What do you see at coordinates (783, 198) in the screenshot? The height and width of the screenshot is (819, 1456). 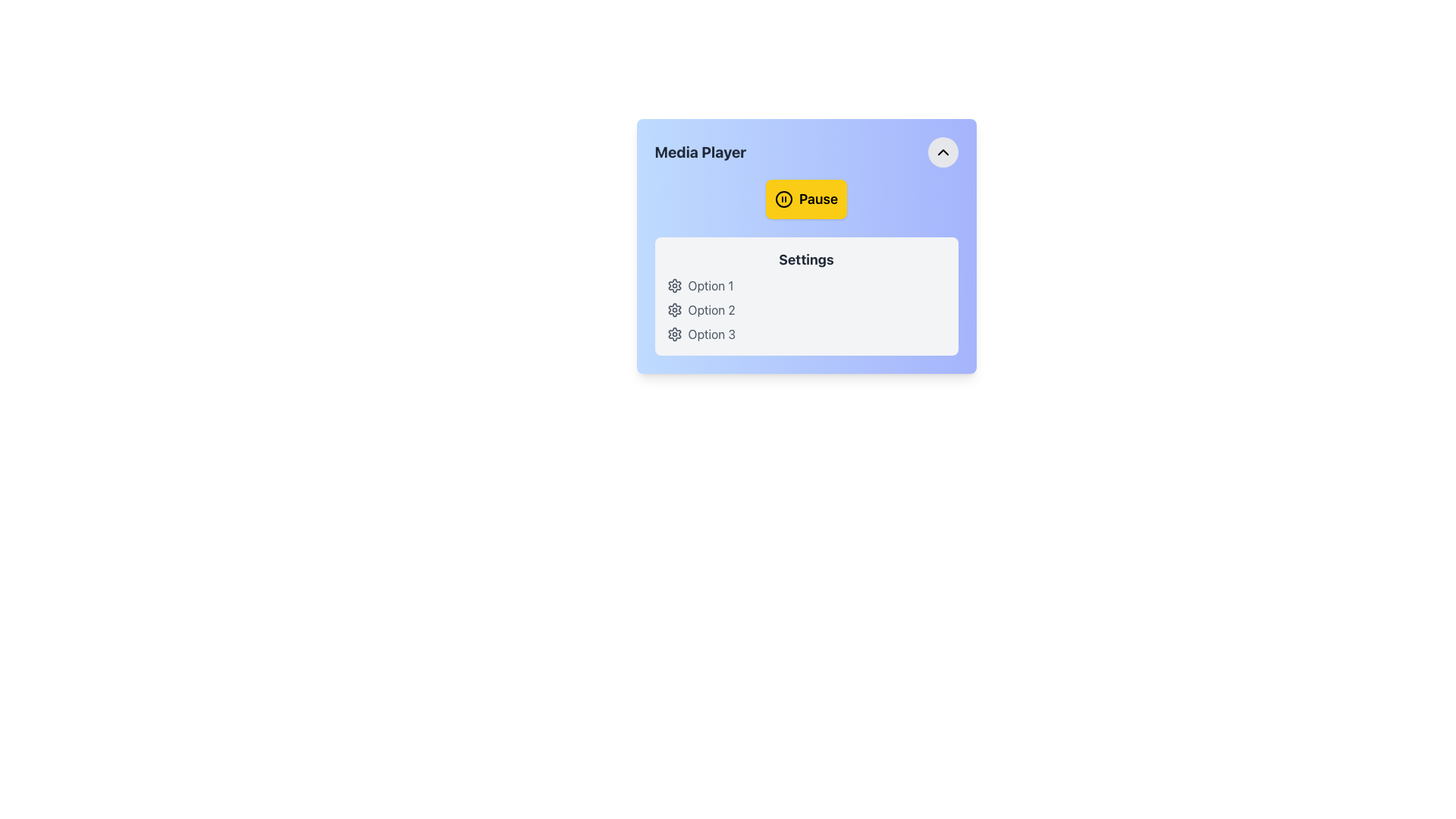 I see `the circular pause icon with a yellow background and black stroke, located next to the 'Pause' text on the yellow button` at bounding box center [783, 198].